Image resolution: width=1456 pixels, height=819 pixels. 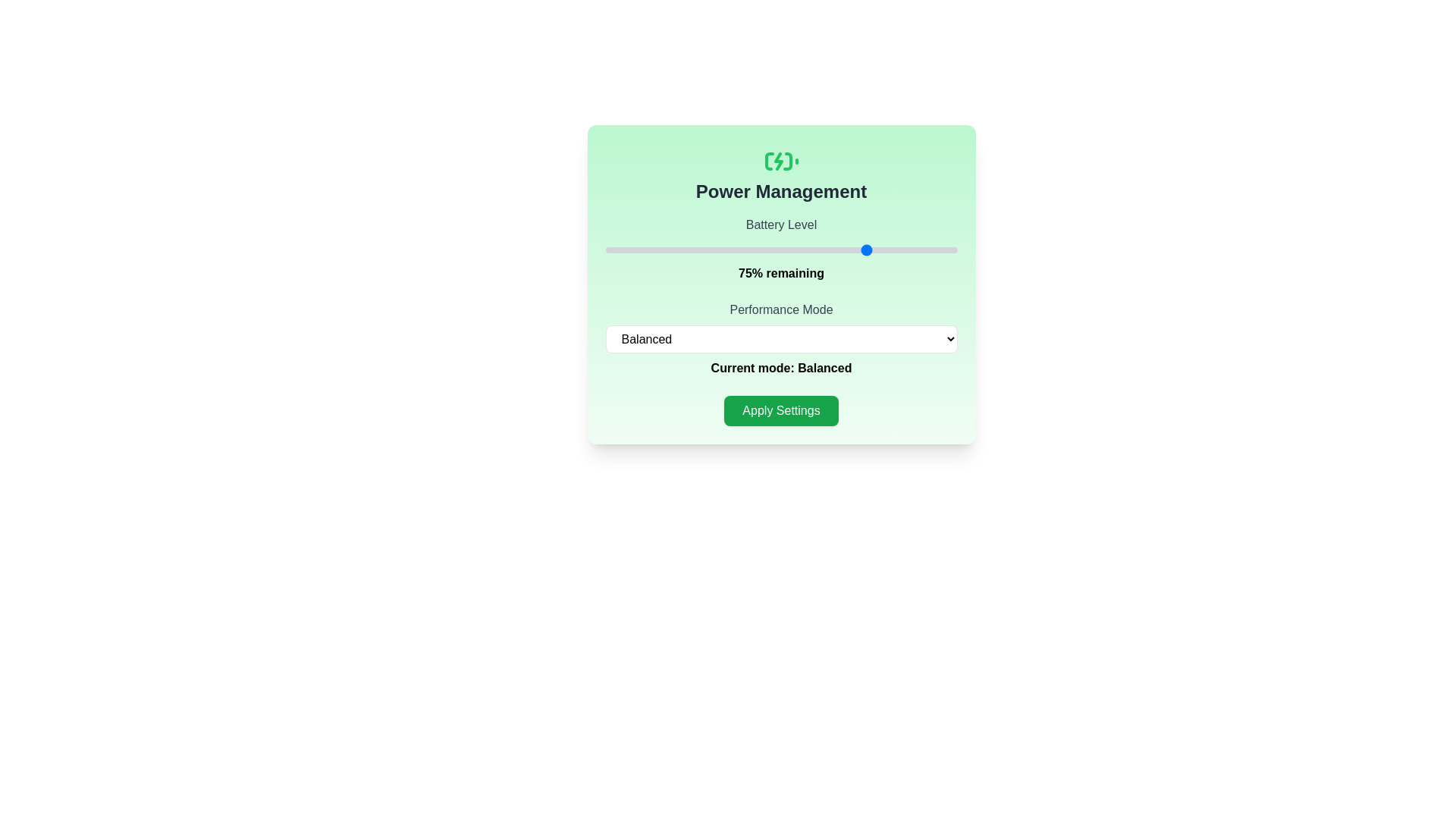 I want to click on the performance mode Power Save from the dropdown menu, so click(x=781, y=338).